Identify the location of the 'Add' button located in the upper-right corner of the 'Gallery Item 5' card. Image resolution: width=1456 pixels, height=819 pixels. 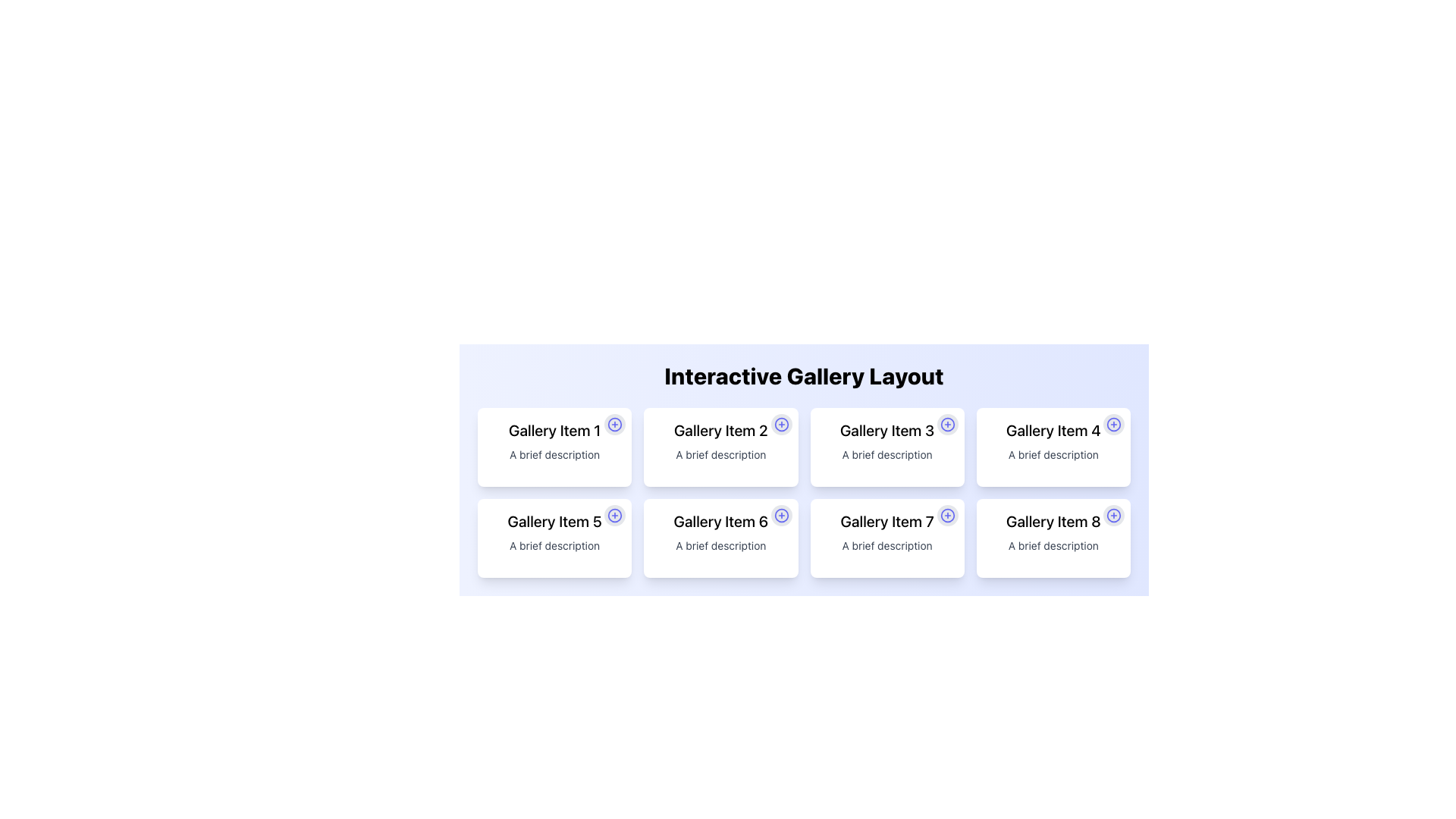
(615, 514).